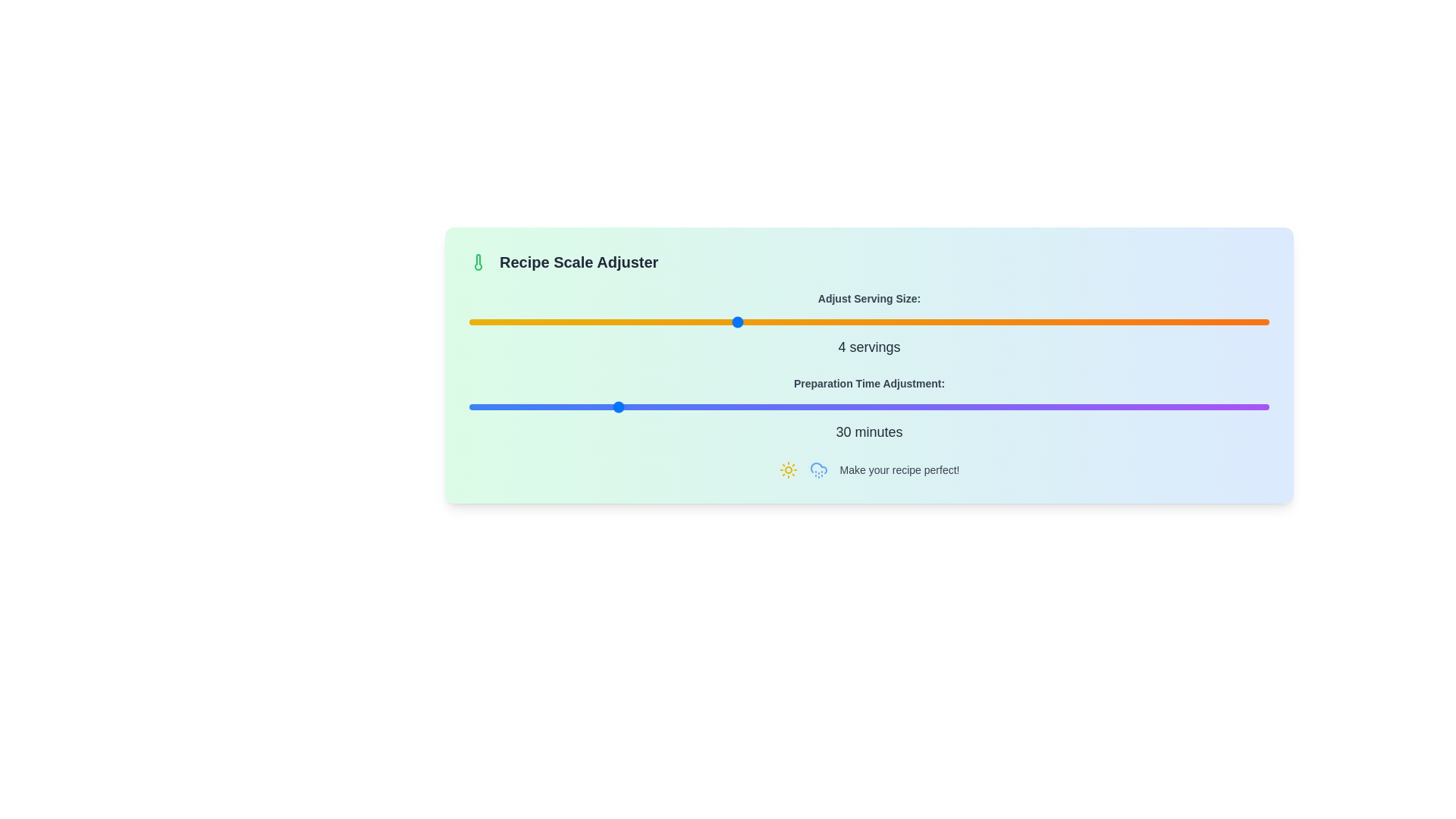 Image resolution: width=1456 pixels, height=819 pixels. What do you see at coordinates (817, 469) in the screenshot?
I see `the rainy weather icon located on the right side of the group of icons, adjacent to the sun icon, under the 'Make your recipe perfect!' text` at bounding box center [817, 469].